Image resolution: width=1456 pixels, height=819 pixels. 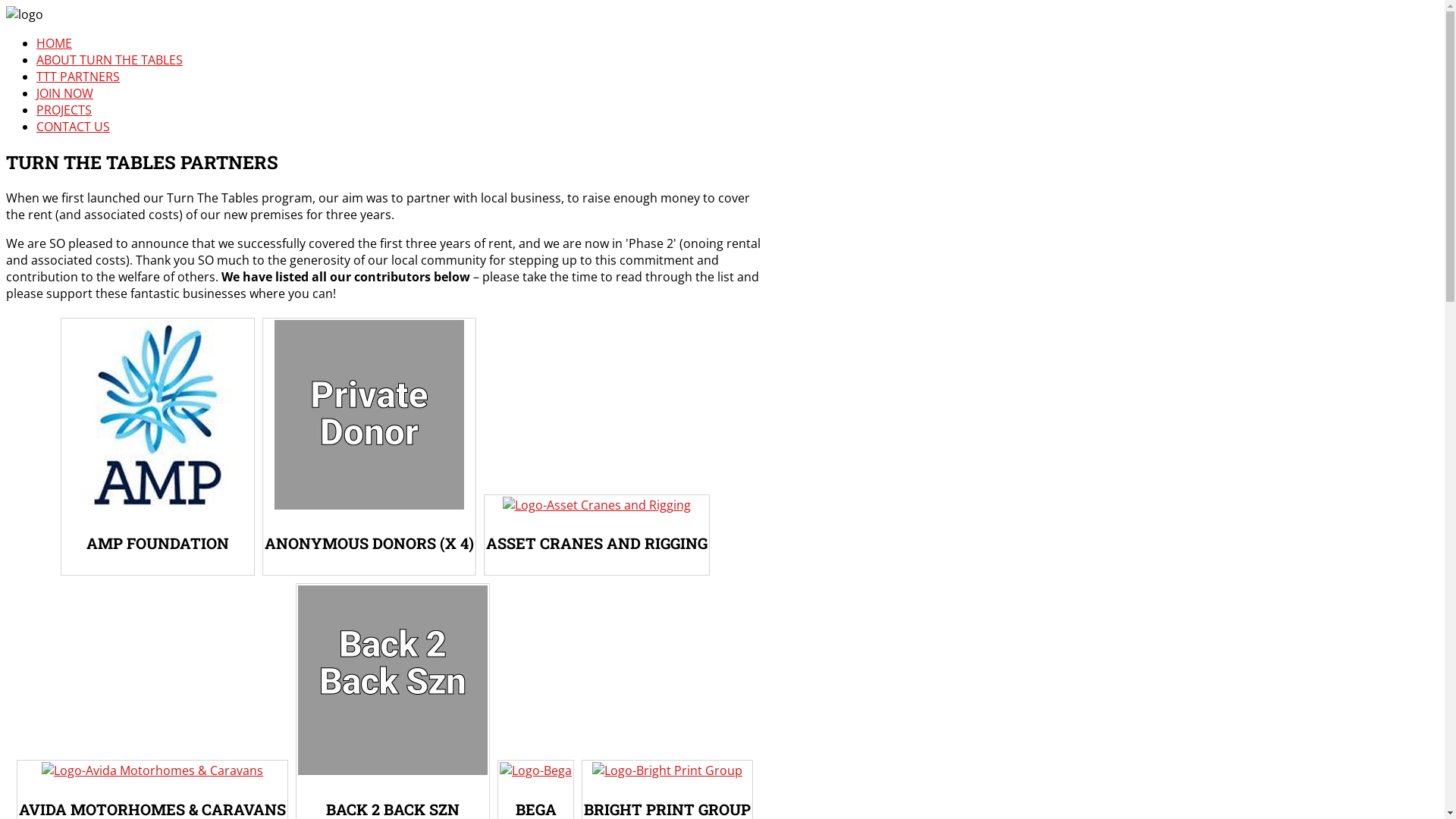 What do you see at coordinates (63, 109) in the screenshot?
I see `'PROJECTS'` at bounding box center [63, 109].